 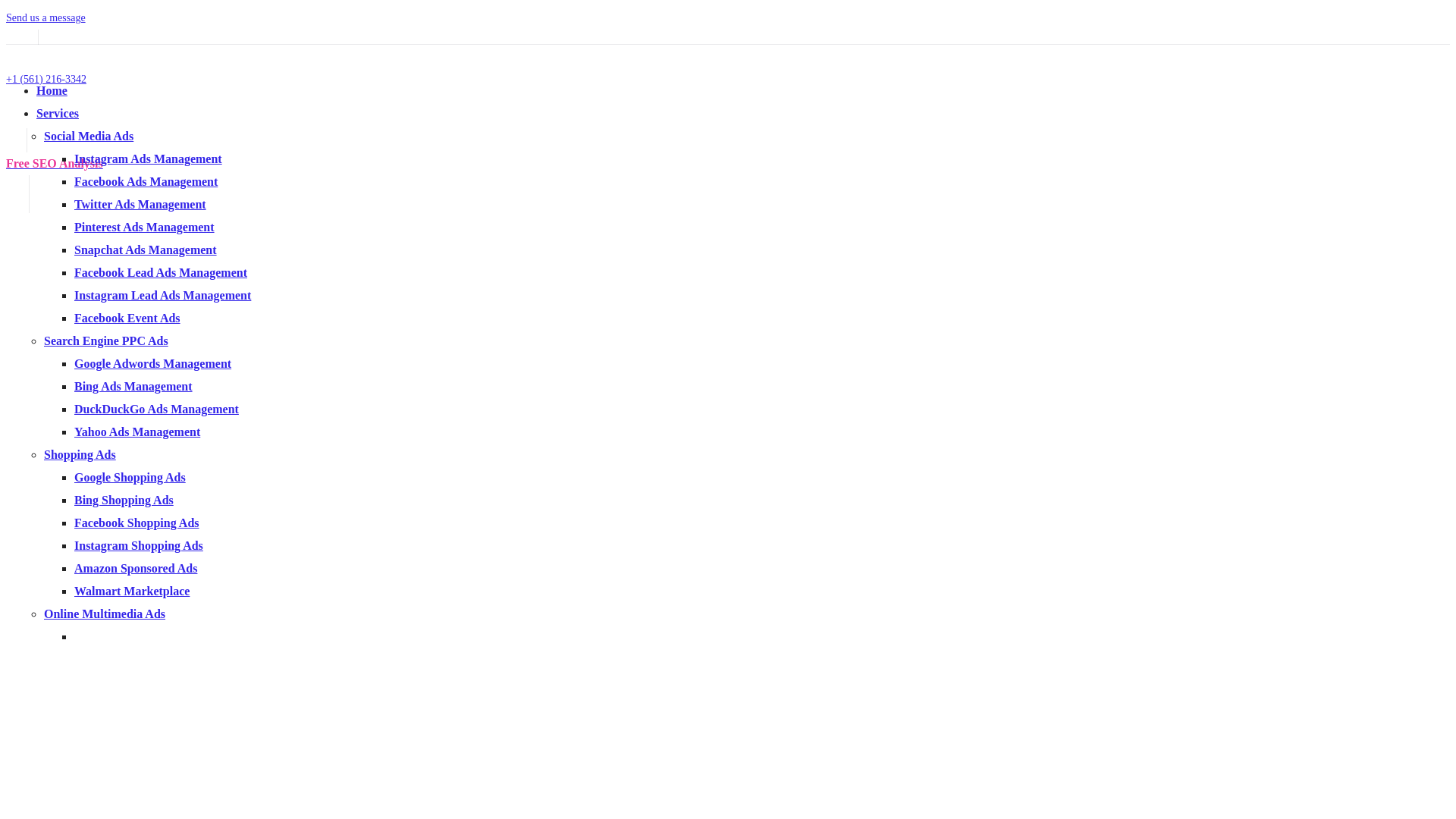 What do you see at coordinates (55, 163) in the screenshot?
I see `'Free SEO Analysis'` at bounding box center [55, 163].